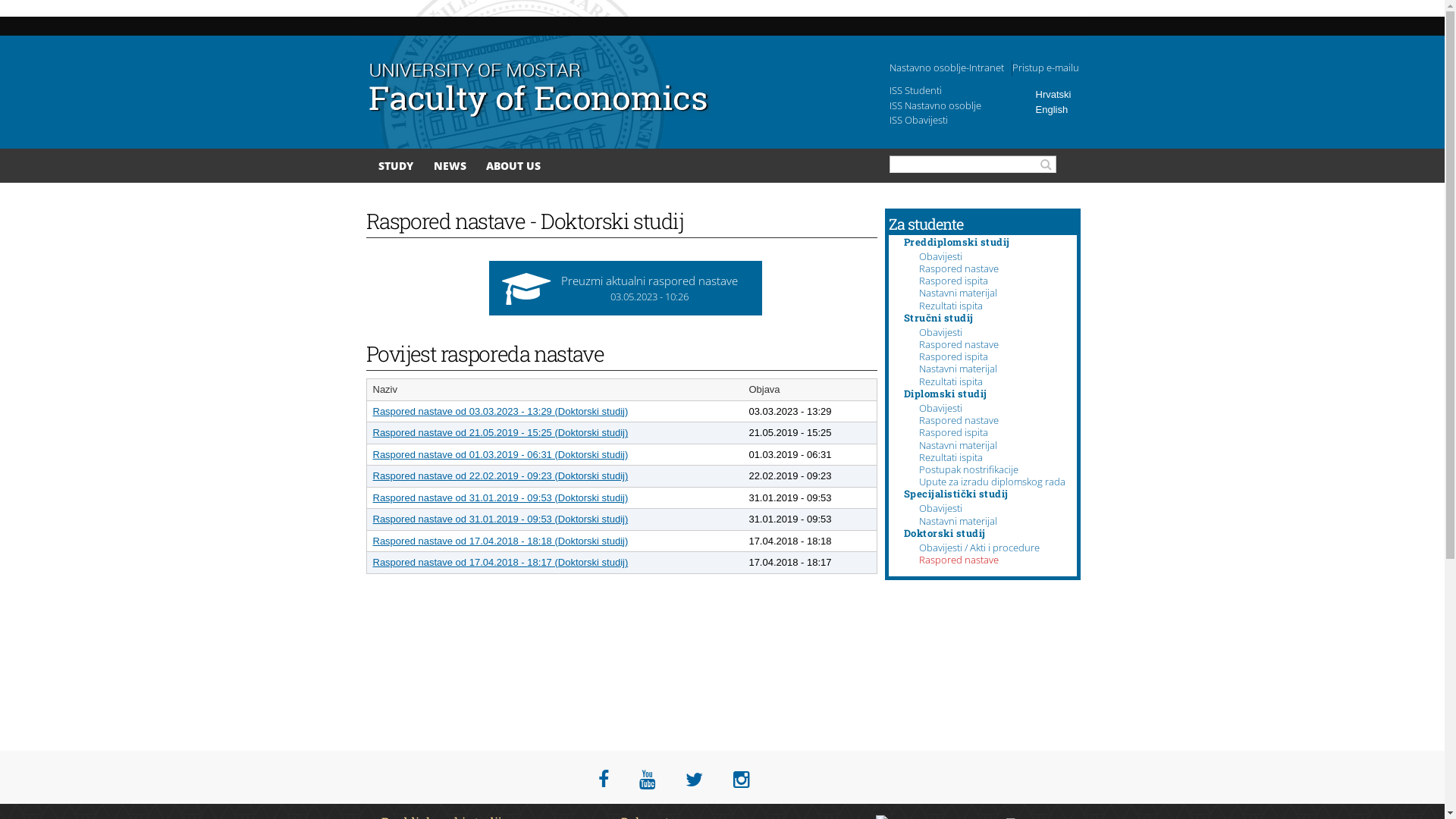 The image size is (1456, 819). Describe the element at coordinates (1053, 94) in the screenshot. I see `'Hrvatski'` at that location.